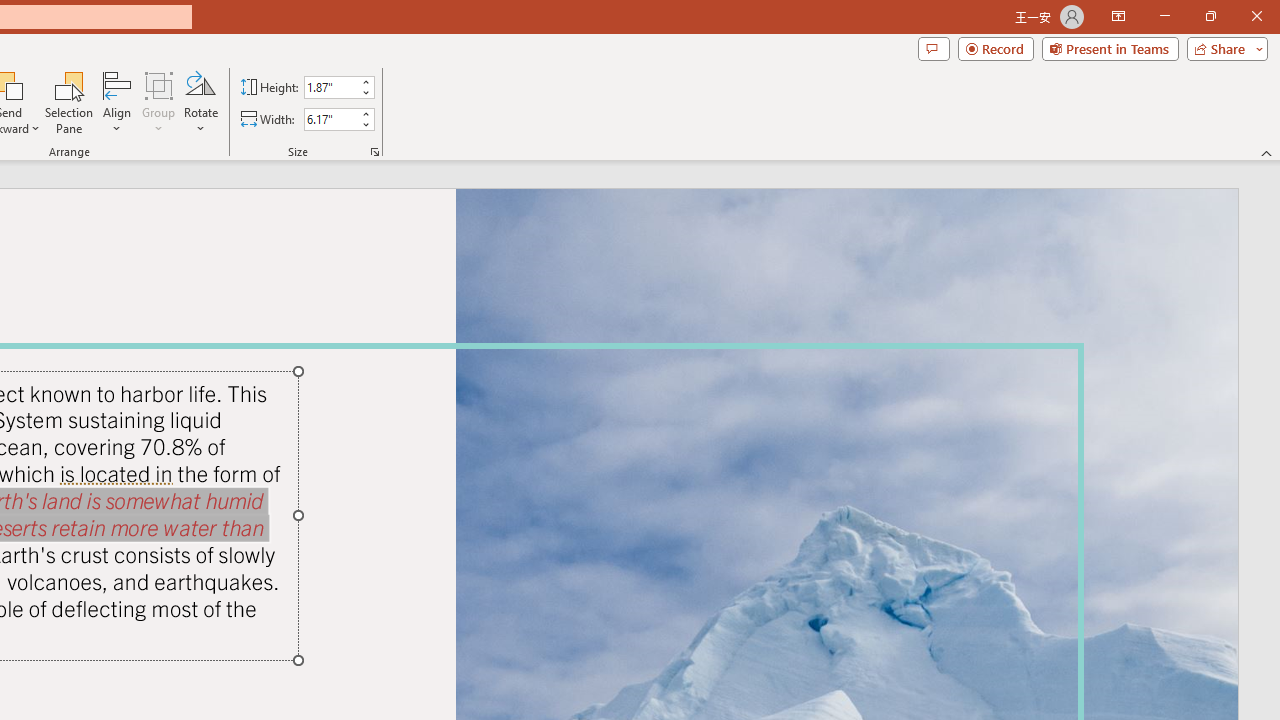 This screenshot has width=1280, height=720. I want to click on 'Align', so click(116, 103).